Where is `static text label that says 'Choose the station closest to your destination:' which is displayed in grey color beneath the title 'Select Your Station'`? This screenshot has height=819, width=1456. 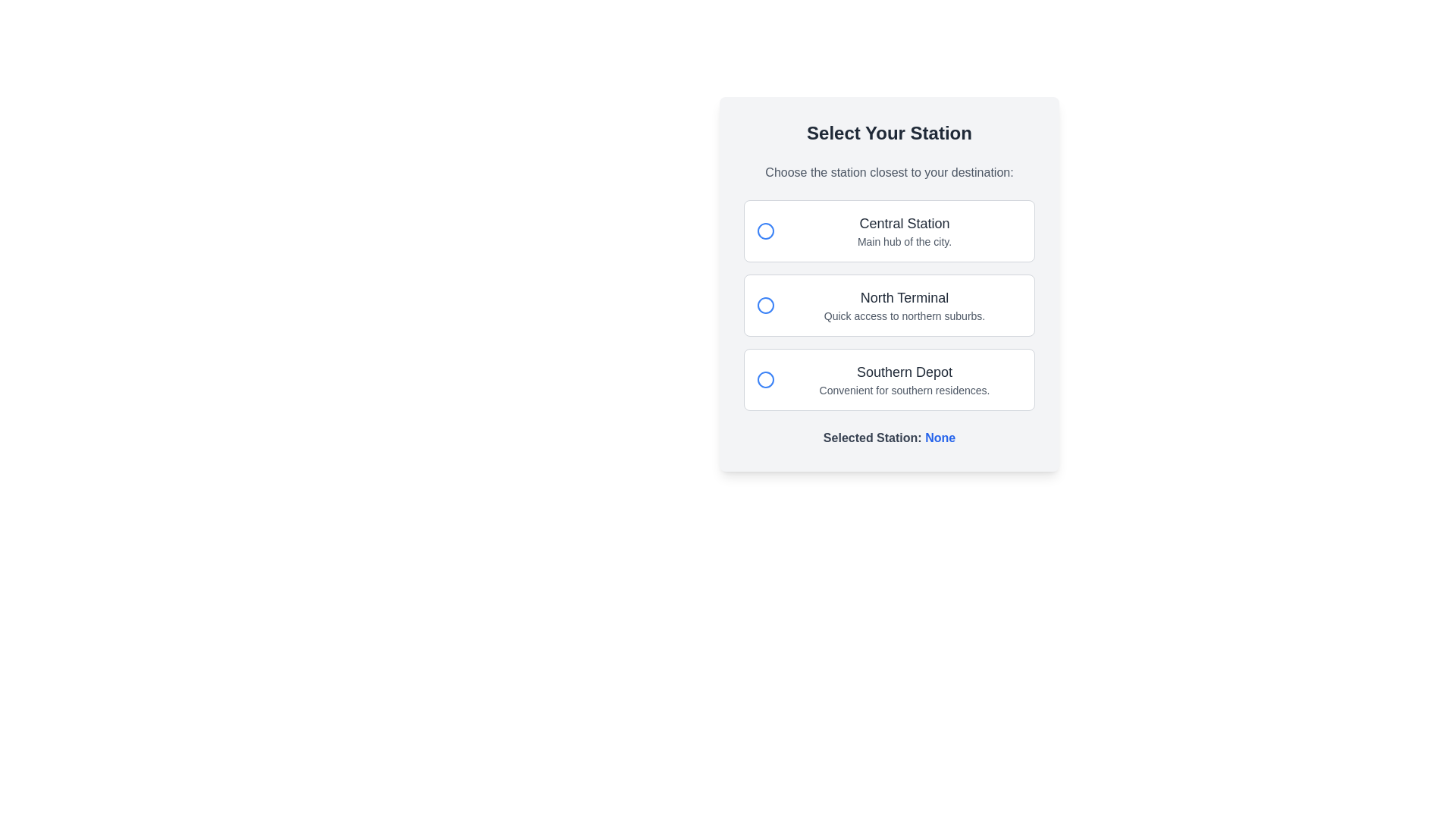
static text label that says 'Choose the station closest to your destination:' which is displayed in grey color beneath the title 'Select Your Station' is located at coordinates (889, 171).